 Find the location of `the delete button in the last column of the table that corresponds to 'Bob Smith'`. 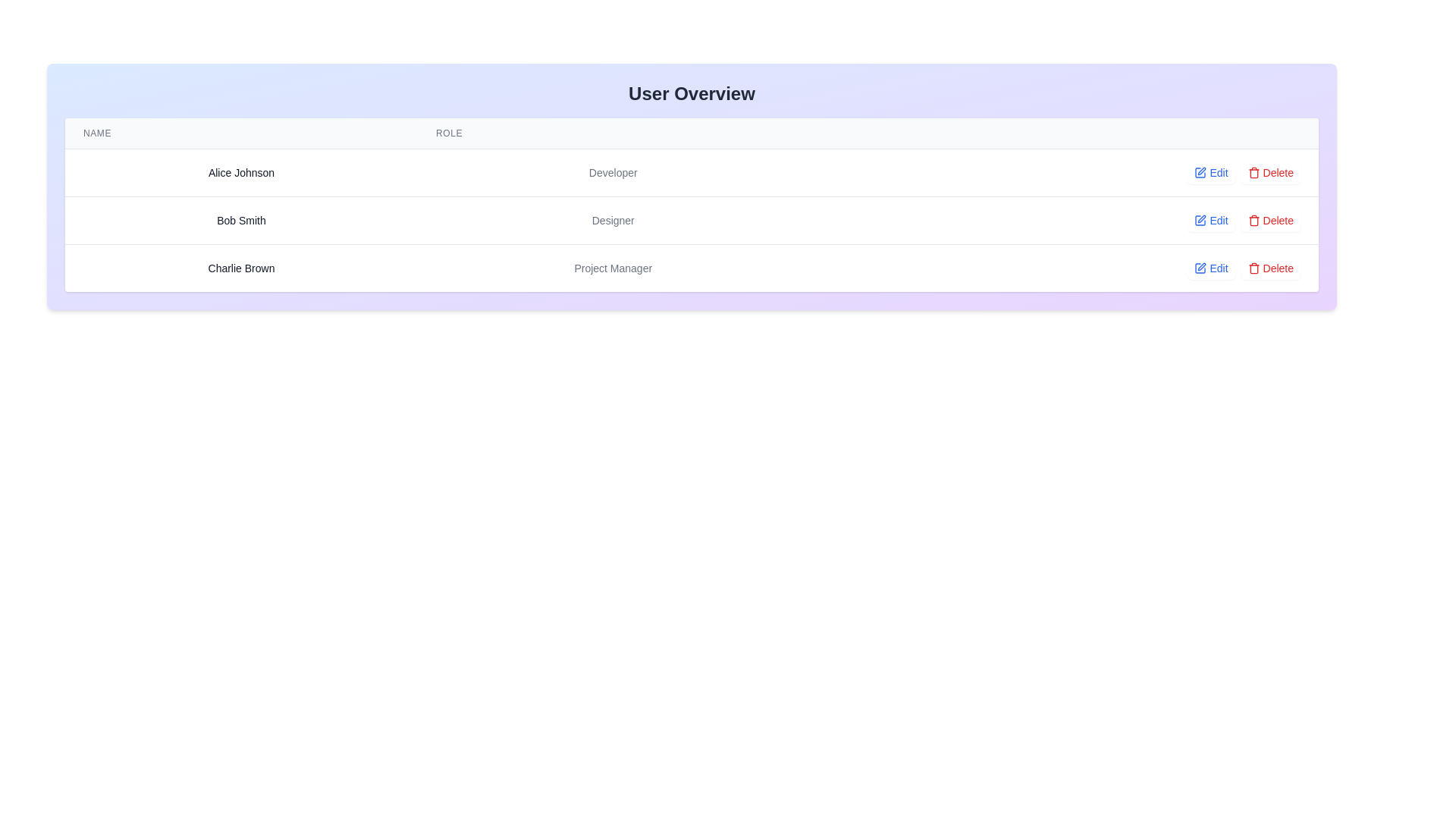

the delete button in the last column of the table that corresponds to 'Bob Smith' is located at coordinates (1270, 171).